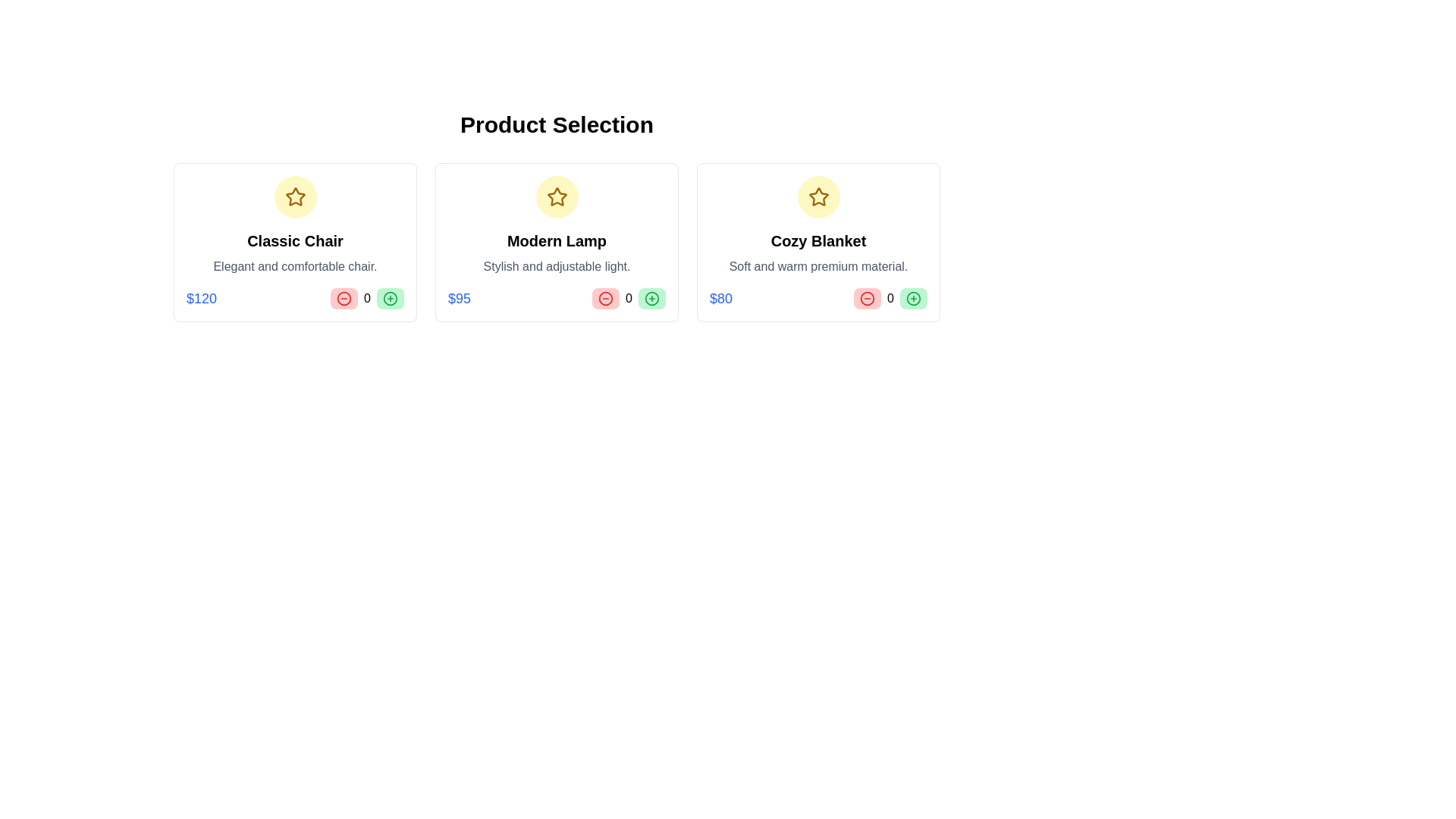  Describe the element at coordinates (912, 298) in the screenshot. I see `the small circular green icon button with a plus sign inside, located at the lower-right corner of the 'Cozy Blanket' card` at that location.